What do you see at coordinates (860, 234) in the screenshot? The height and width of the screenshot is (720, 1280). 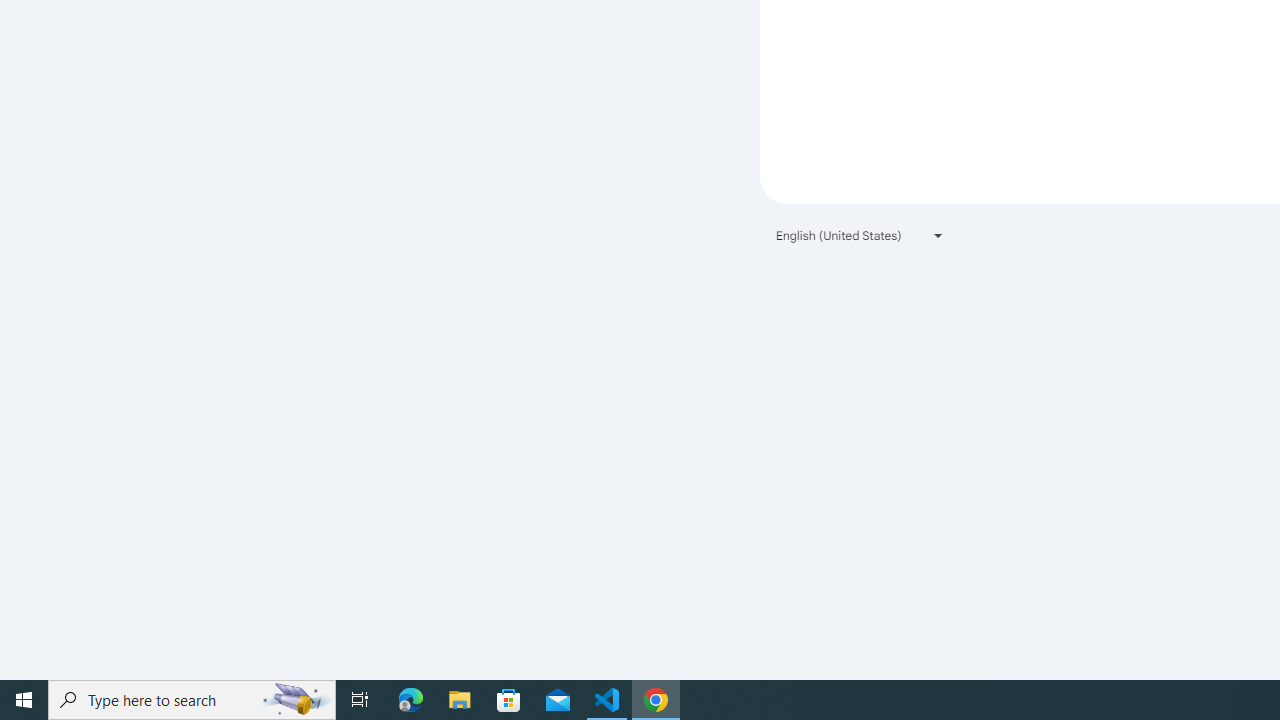 I see `'English (United States)'` at bounding box center [860, 234].